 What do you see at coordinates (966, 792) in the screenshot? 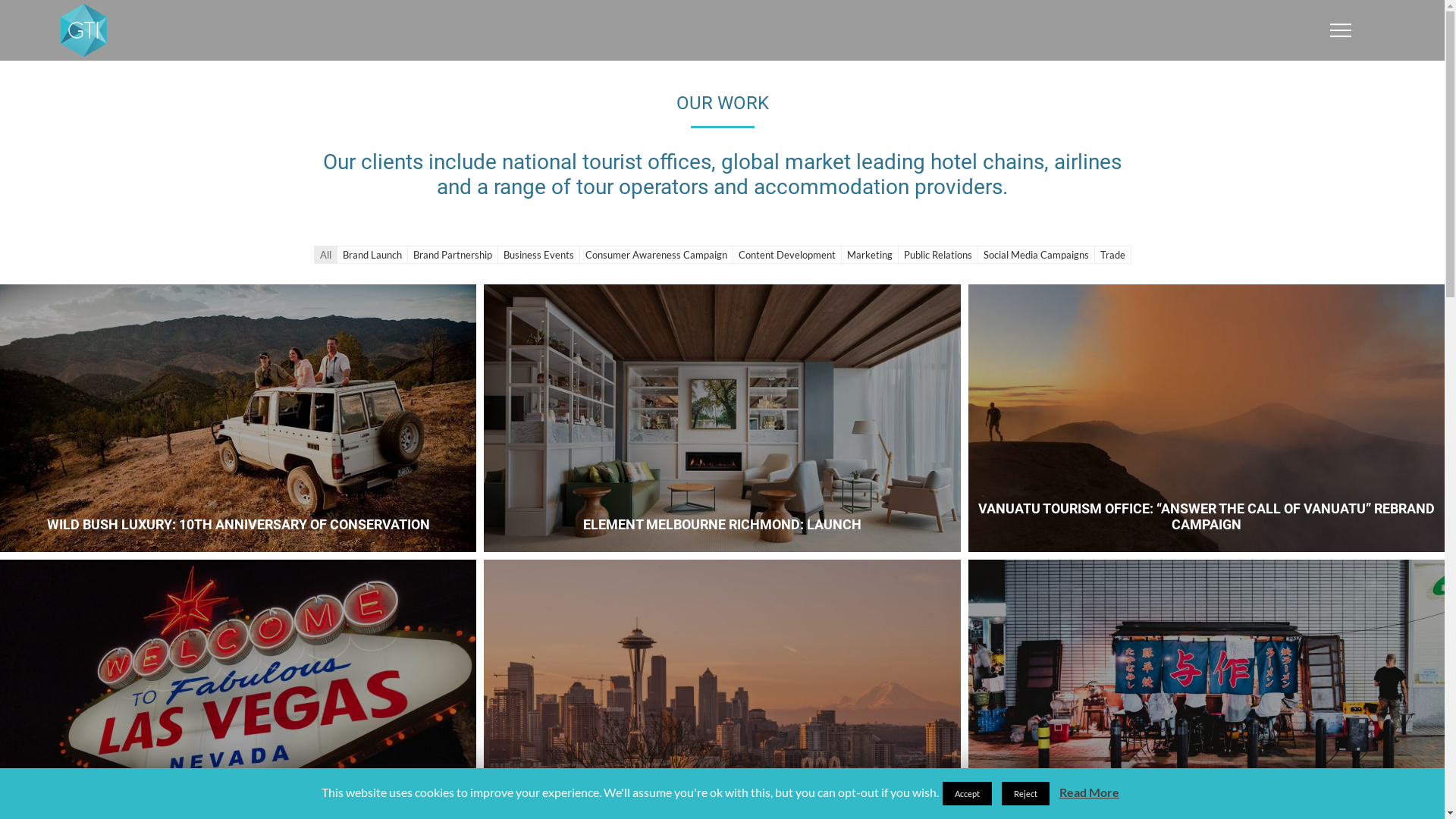
I see `'Accept'` at bounding box center [966, 792].